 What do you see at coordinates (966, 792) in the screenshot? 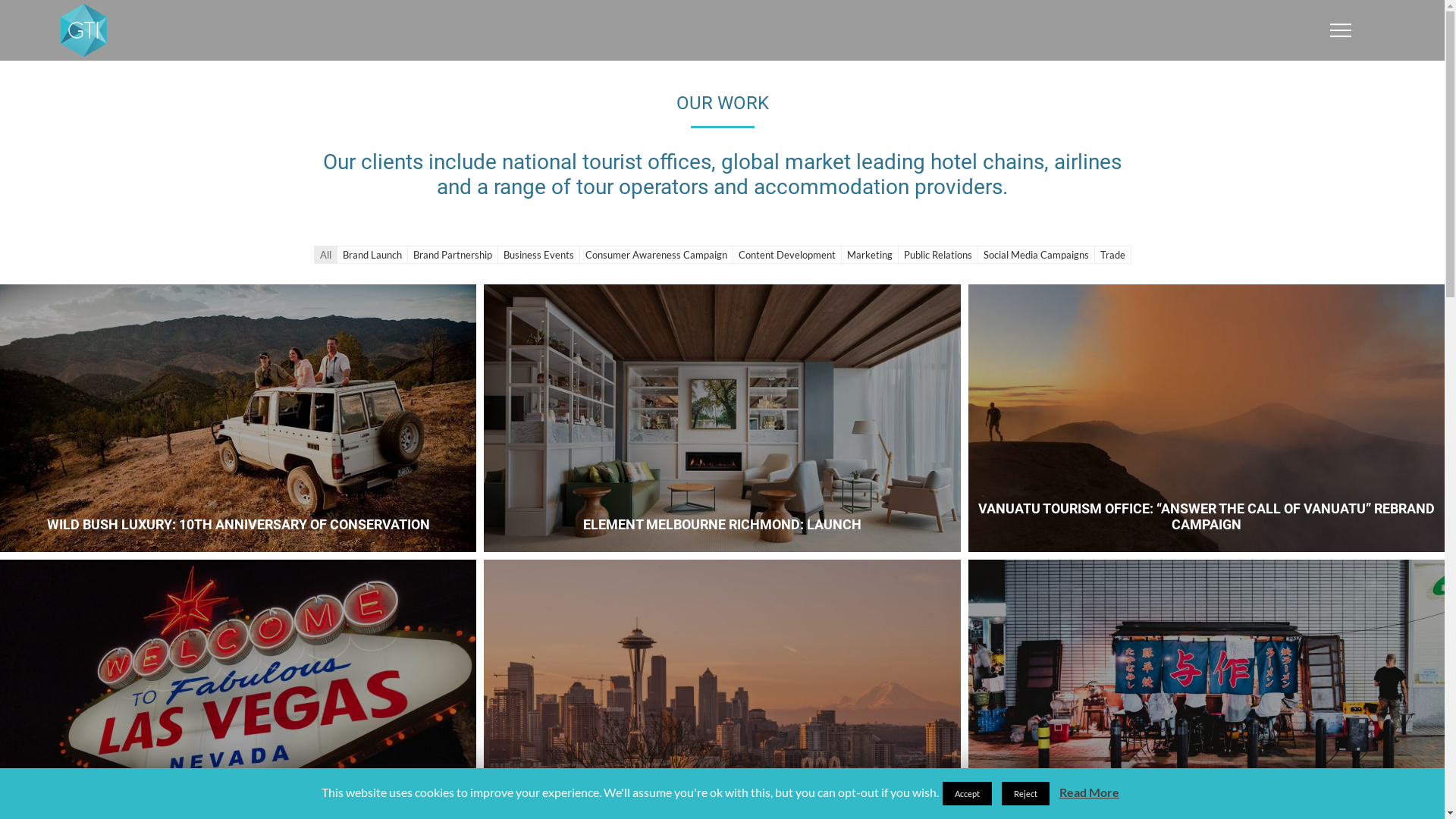
I see `'Accept'` at bounding box center [966, 792].